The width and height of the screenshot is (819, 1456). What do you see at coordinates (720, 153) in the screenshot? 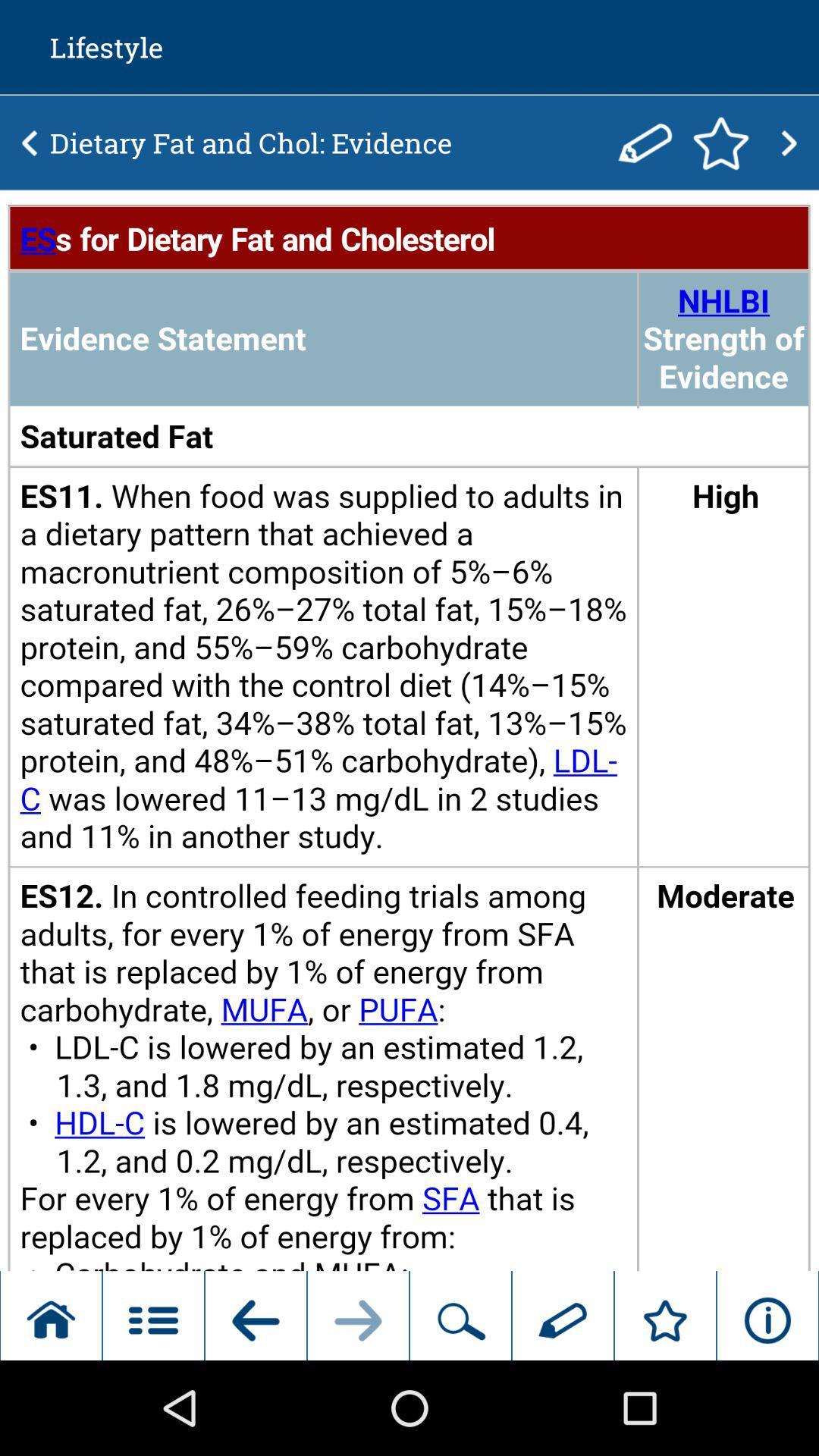
I see `the star icon` at bounding box center [720, 153].